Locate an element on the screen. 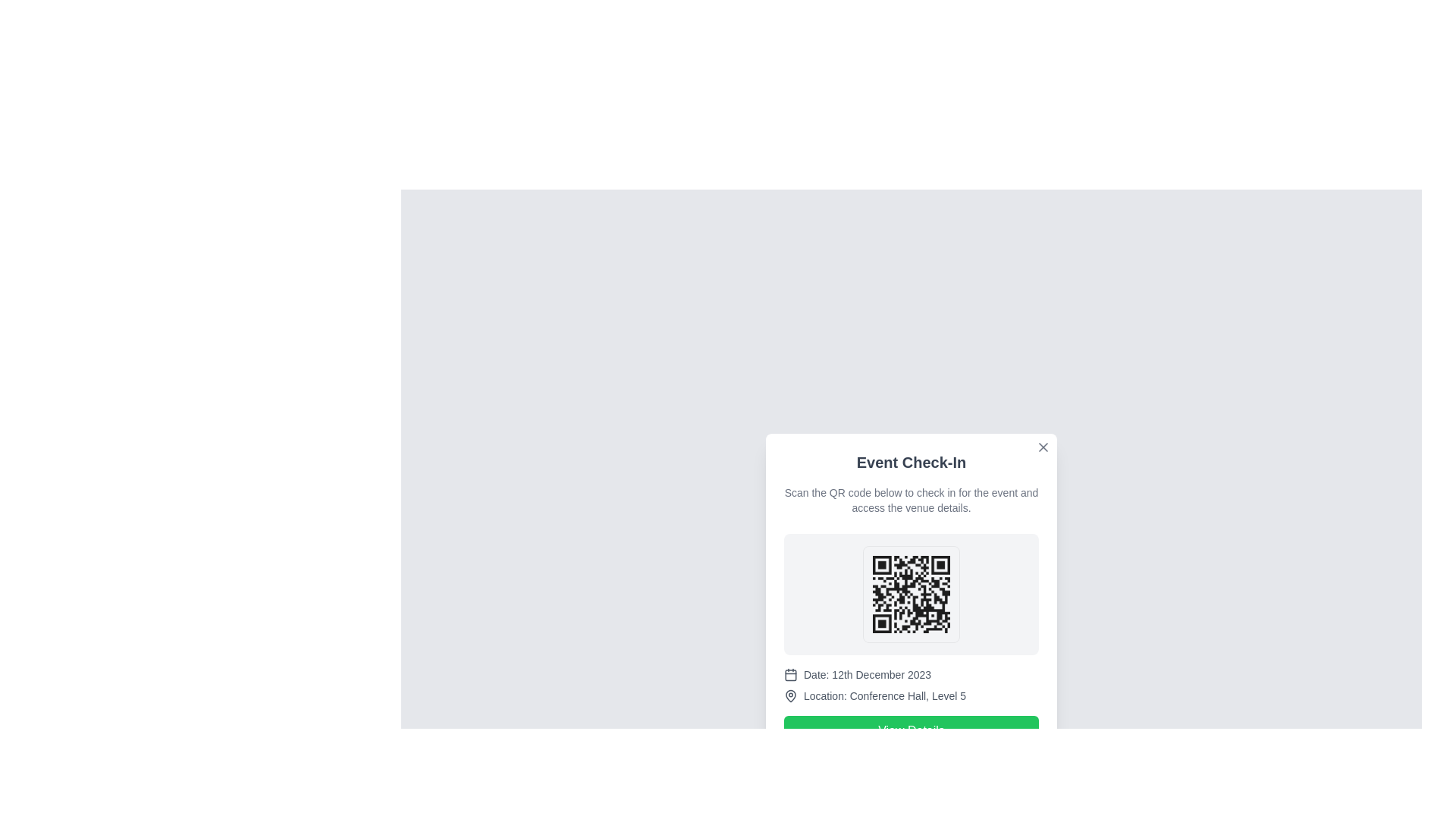 The image size is (1456, 819). date information from the text label displaying 'Date: 12th December 2023', which is styled in gray and positioned alongside a calendar icon is located at coordinates (868, 674).